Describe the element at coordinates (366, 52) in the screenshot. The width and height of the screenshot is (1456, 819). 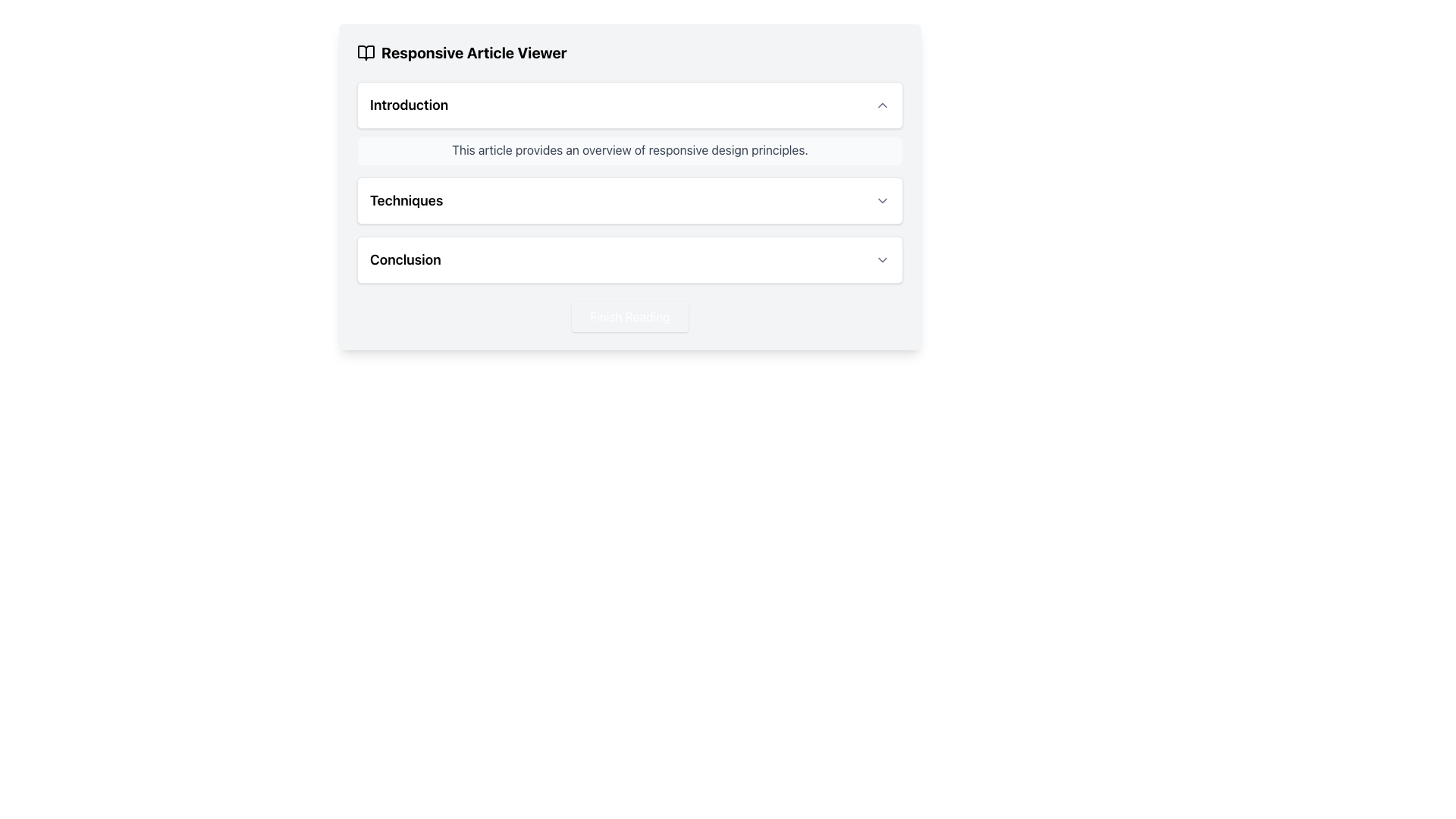
I see `the SVG icon of a book with open pages, which is positioned to the left of the title 'Responsive Article Viewer'` at that location.